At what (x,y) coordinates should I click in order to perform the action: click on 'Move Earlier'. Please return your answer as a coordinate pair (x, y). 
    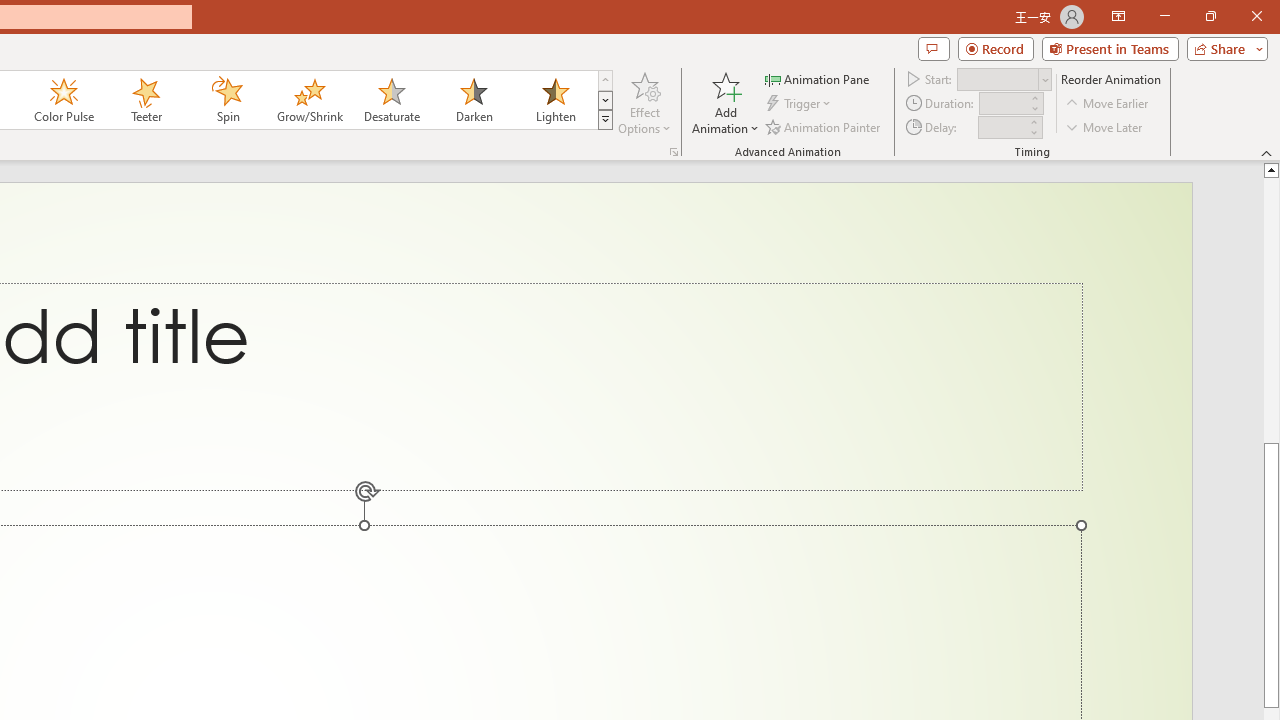
    Looking at the image, I should click on (1106, 103).